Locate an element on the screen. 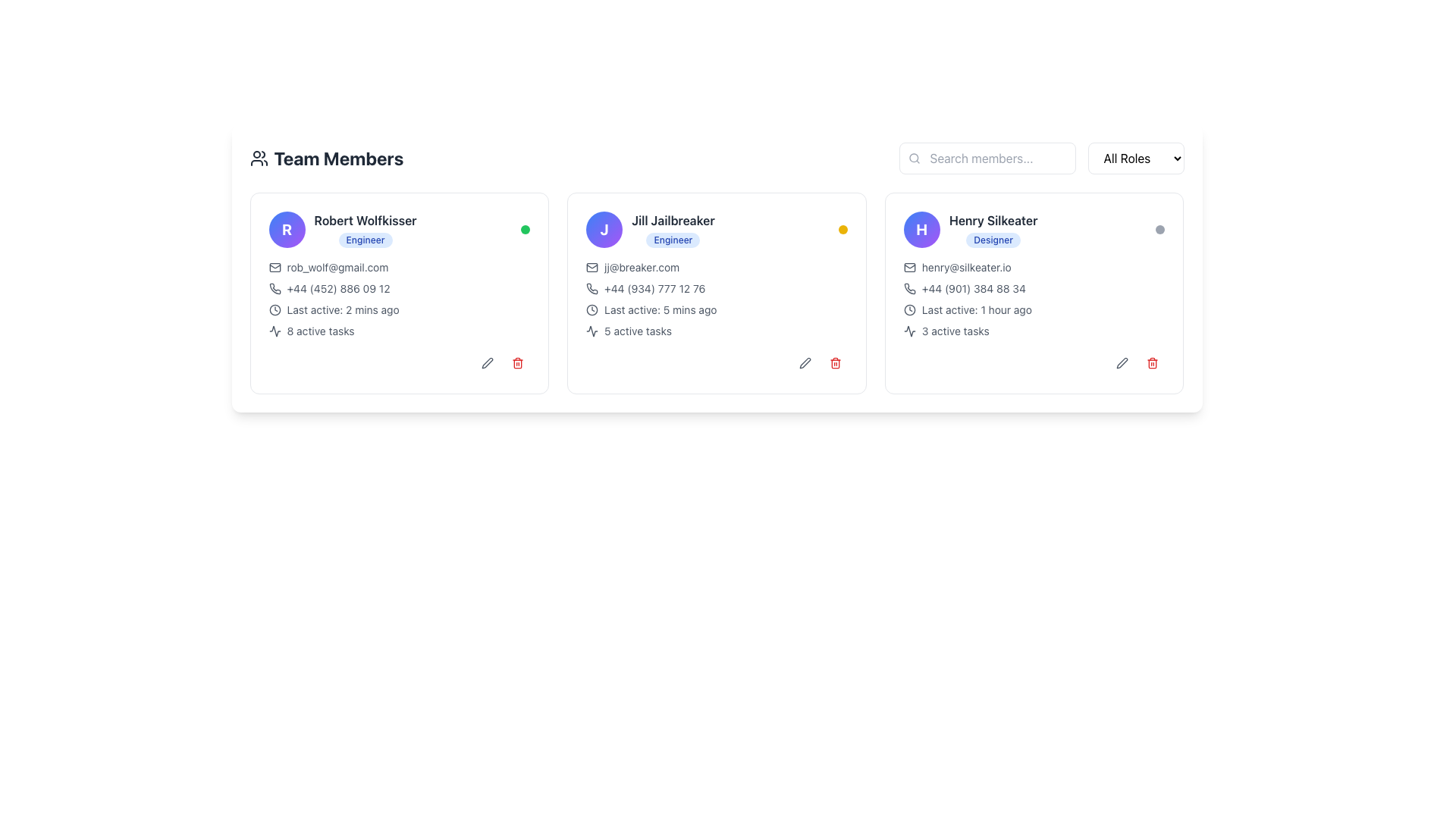 The image size is (1456, 819). text of the Badge indicating the user's role as 'Designer', located in the right-most user information card below the name 'Henry Silkeater' is located at coordinates (993, 239).